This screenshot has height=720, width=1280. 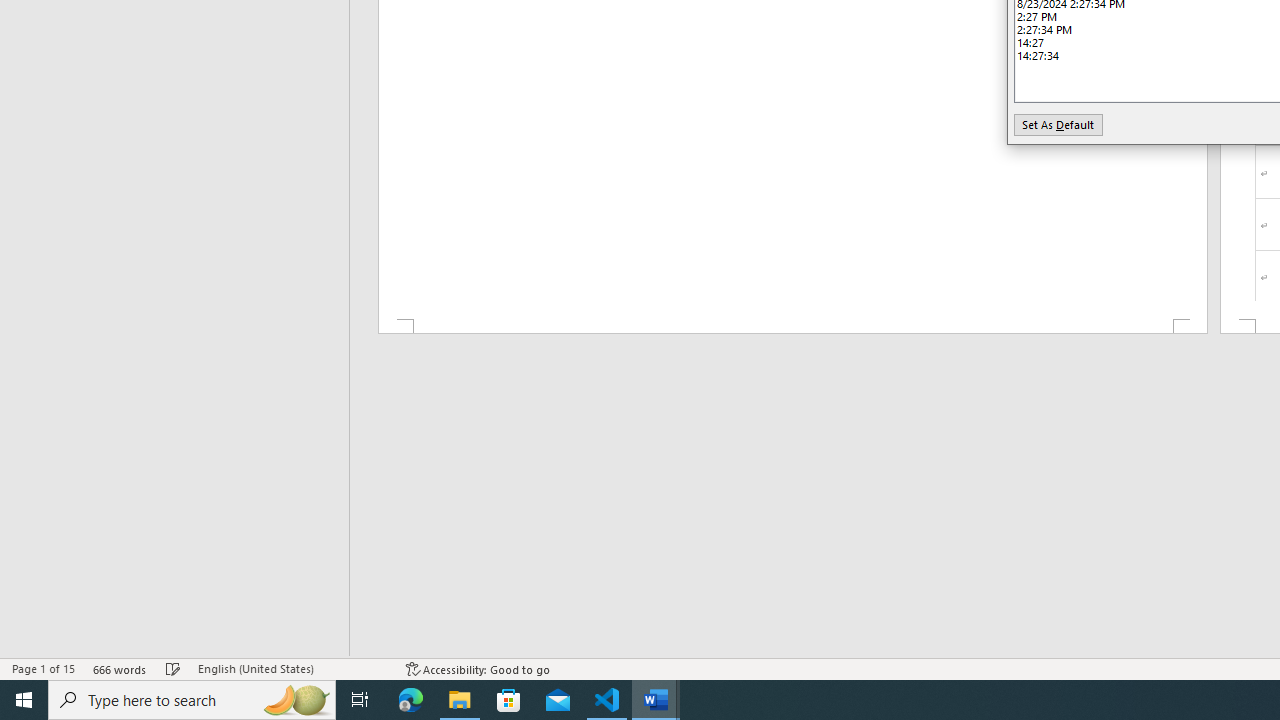 What do you see at coordinates (192, 698) in the screenshot?
I see `'Type here to search'` at bounding box center [192, 698].